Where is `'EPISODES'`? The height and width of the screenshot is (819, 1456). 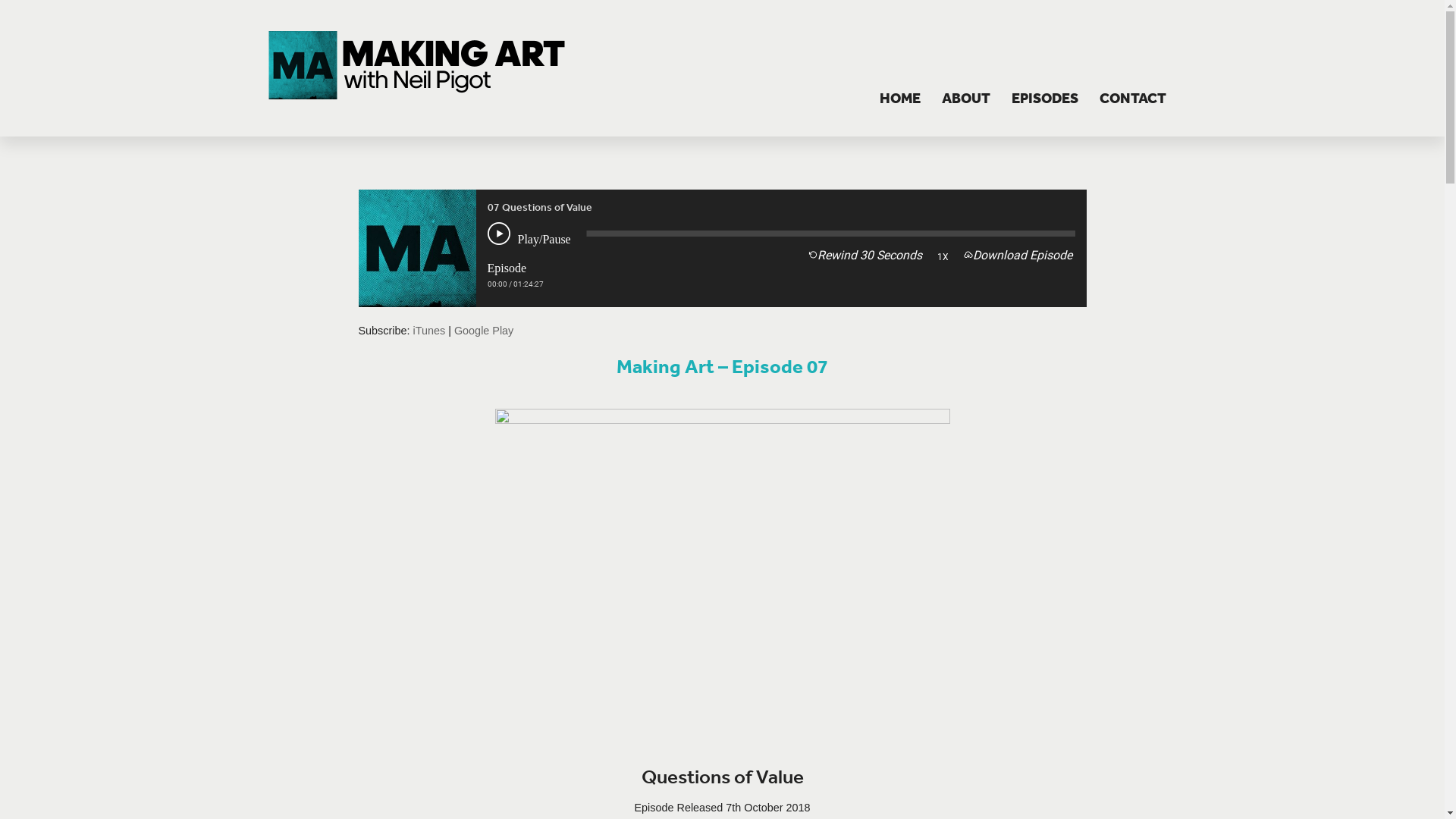
'EPISODES' is located at coordinates (1012, 98).